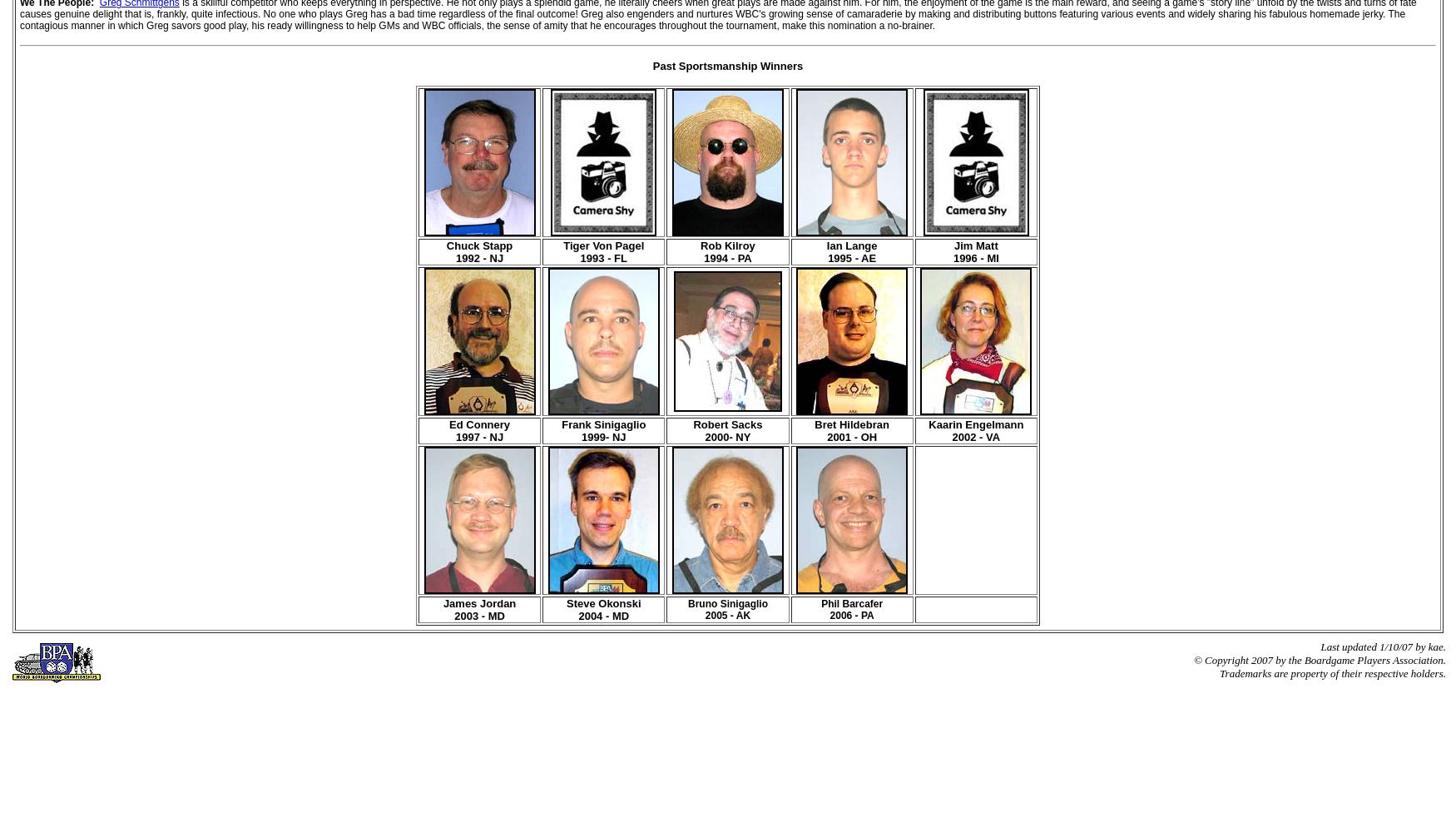  What do you see at coordinates (825, 245) in the screenshot?
I see `'Ian Lange'` at bounding box center [825, 245].